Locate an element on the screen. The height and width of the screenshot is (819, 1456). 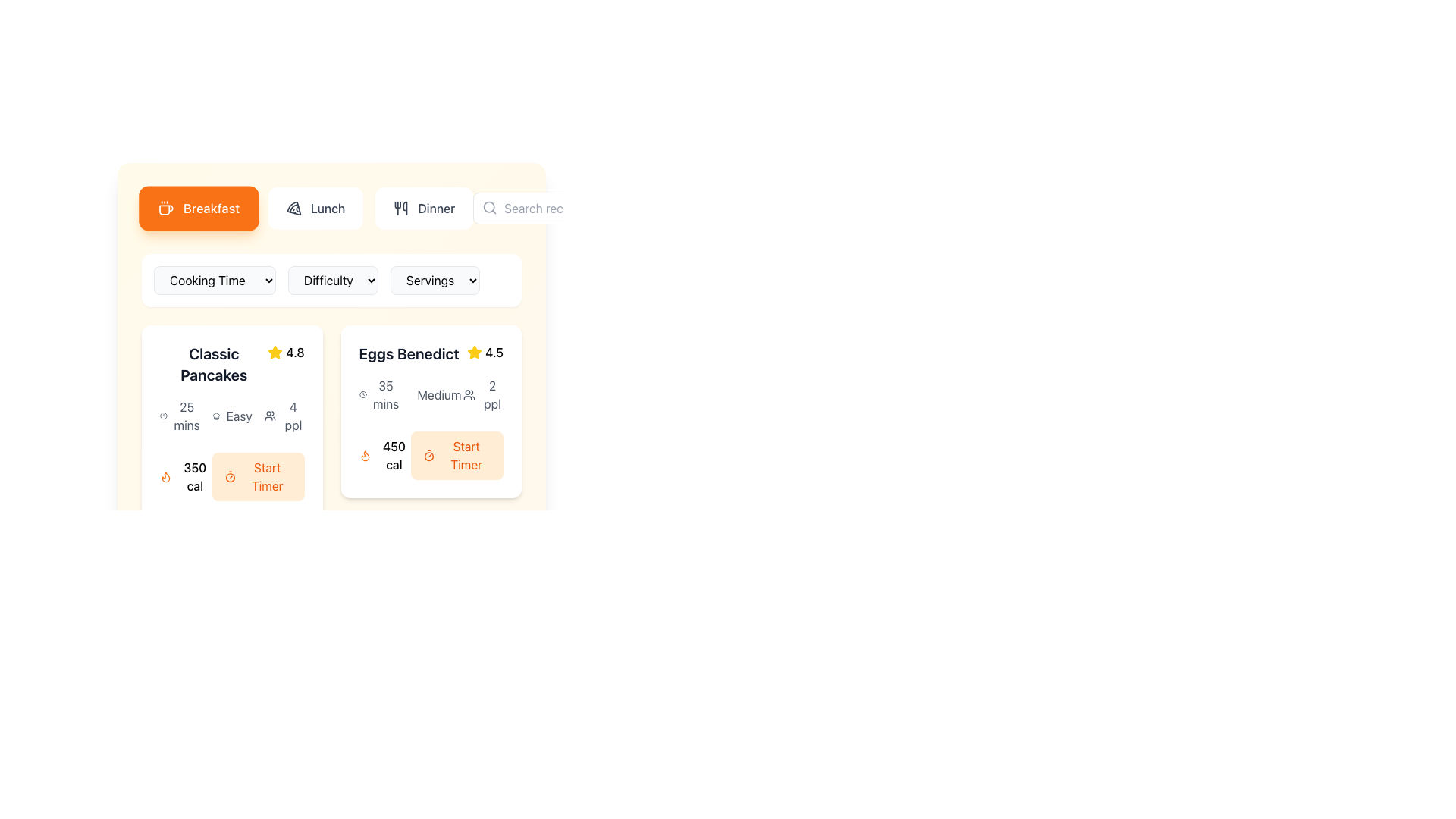
the visual appearance of the first star icon in the rating system located near the bottom-right corner of the 'Classic Pancakes' card is located at coordinates (275, 564).